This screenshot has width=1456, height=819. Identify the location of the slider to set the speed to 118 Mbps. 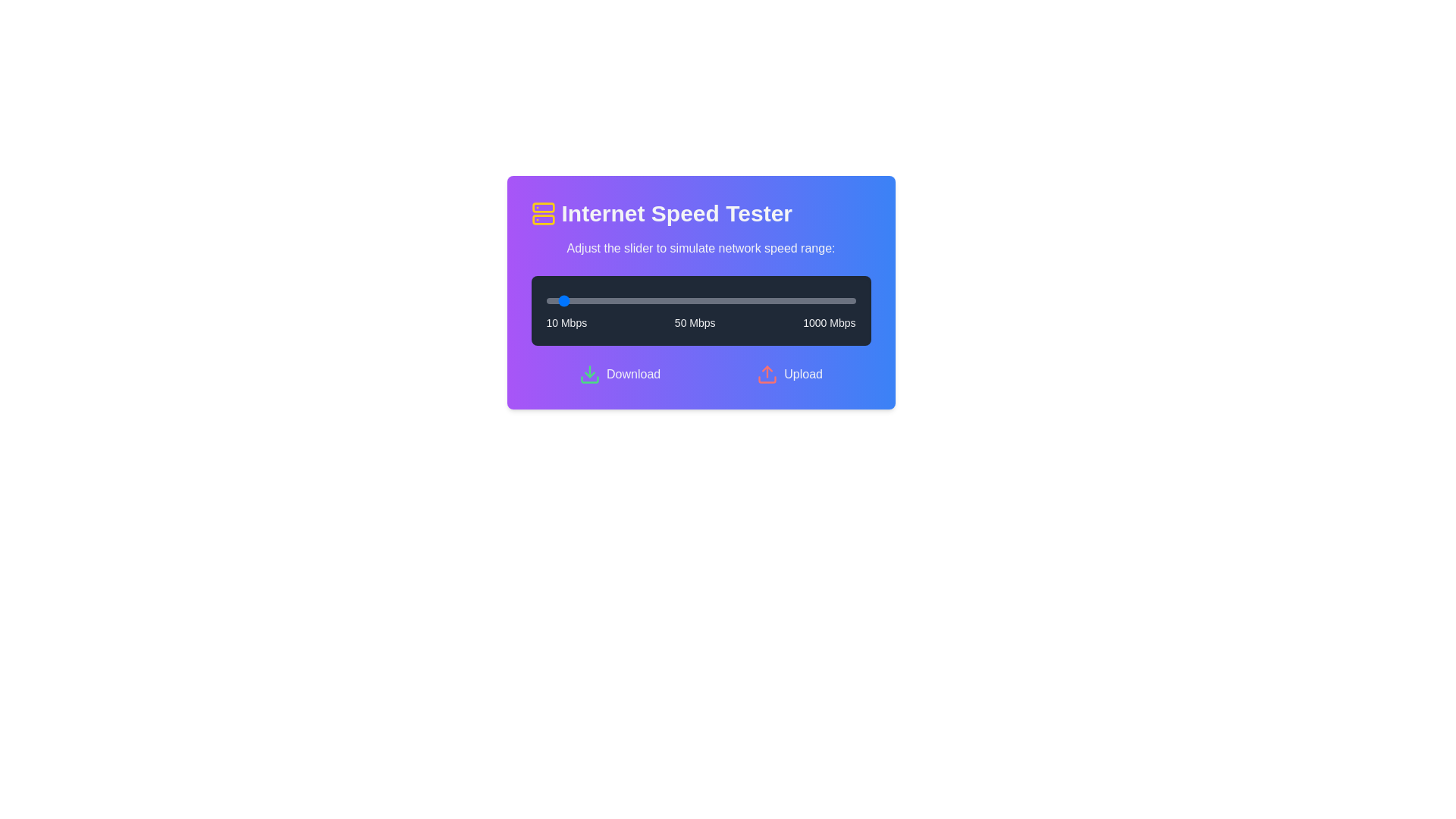
(579, 301).